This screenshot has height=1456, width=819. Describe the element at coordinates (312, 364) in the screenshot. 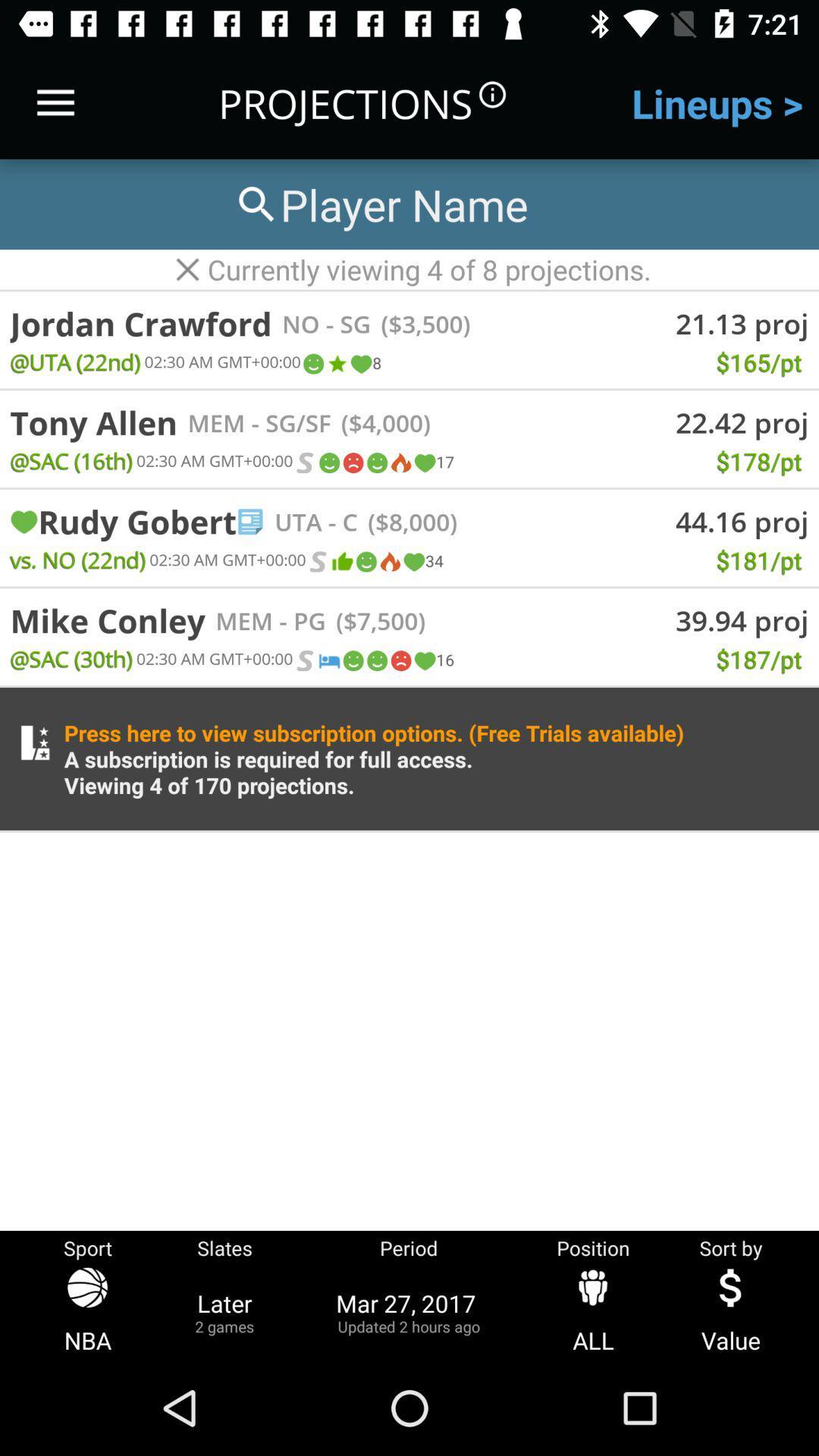

I see `icon next to the 02 30 am item` at that location.